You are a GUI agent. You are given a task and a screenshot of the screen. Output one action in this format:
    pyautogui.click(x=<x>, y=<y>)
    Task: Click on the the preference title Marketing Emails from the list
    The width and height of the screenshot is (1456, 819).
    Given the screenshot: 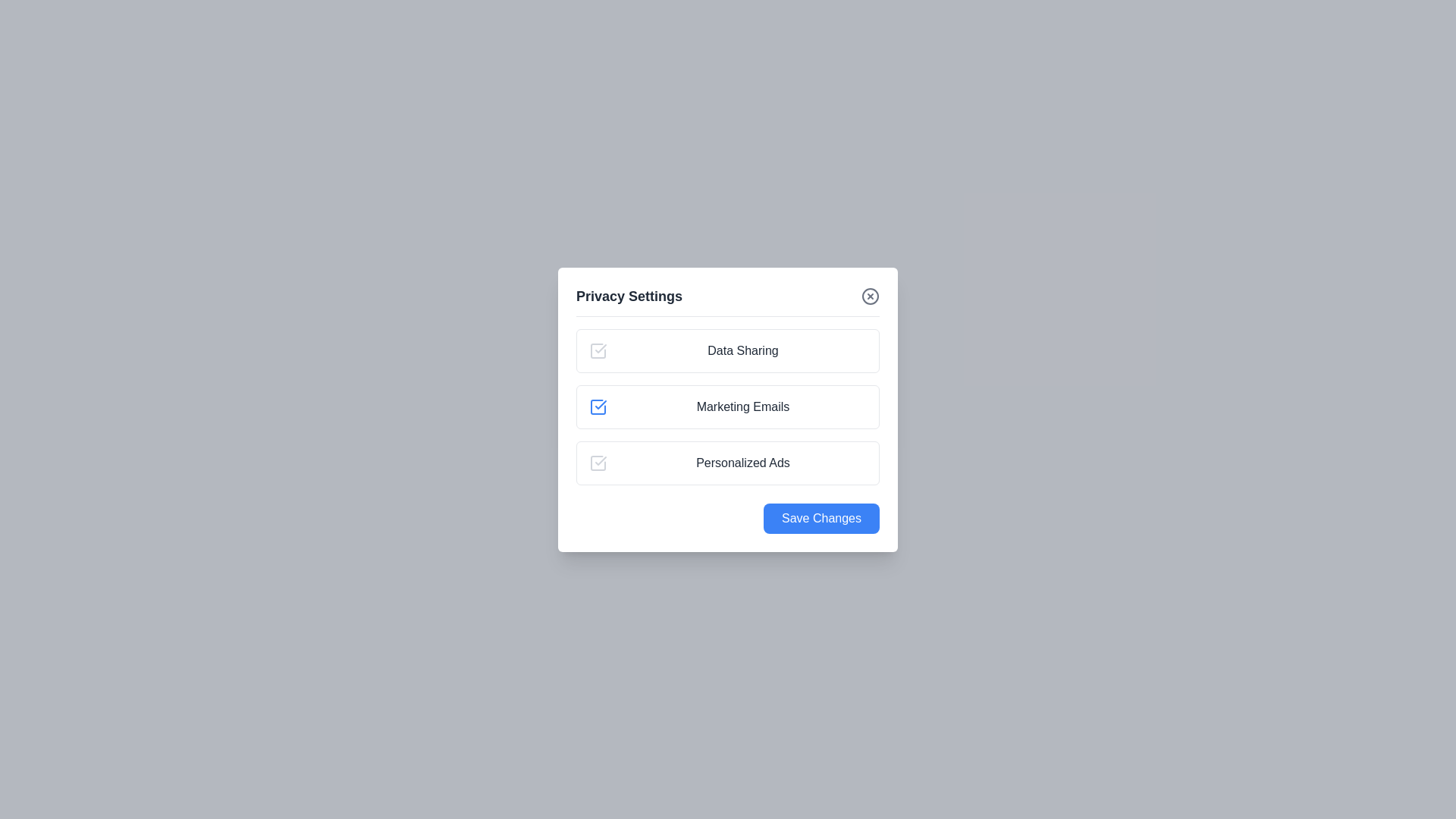 What is the action you would take?
    pyautogui.click(x=742, y=406)
    